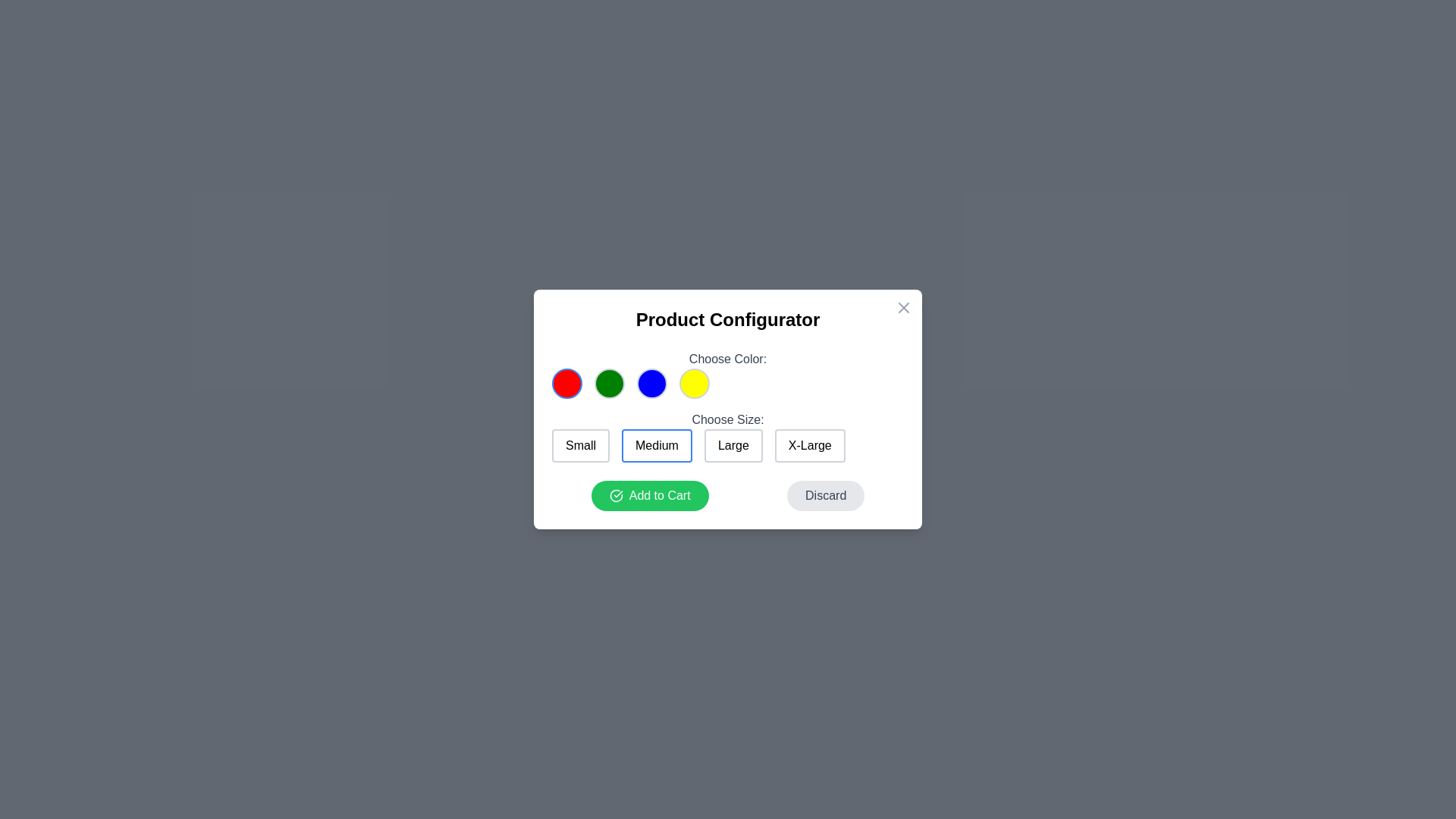  I want to click on the confirmation icon located to the left of the 'Add to Cart' button, which signifies affirmative action for the operation, so click(616, 496).